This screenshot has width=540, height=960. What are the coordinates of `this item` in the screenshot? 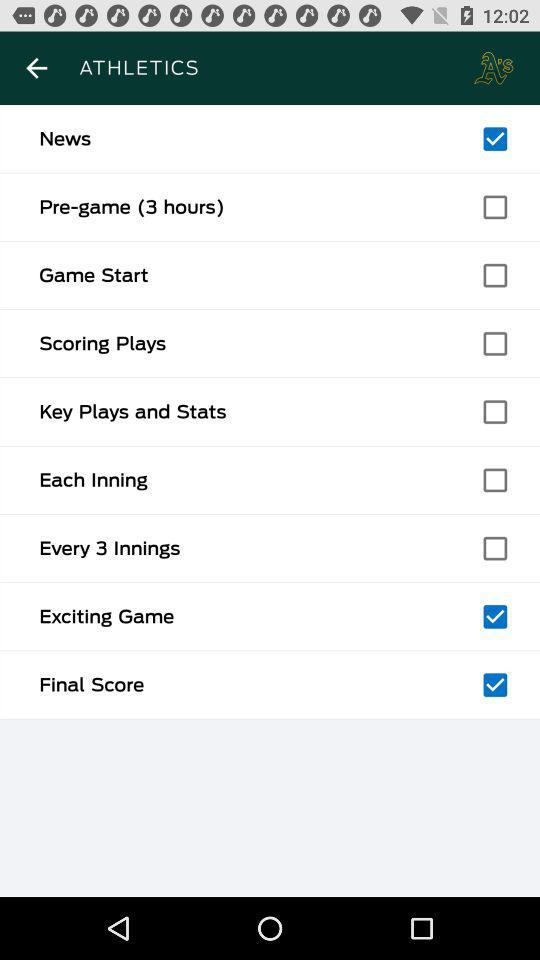 It's located at (494, 138).